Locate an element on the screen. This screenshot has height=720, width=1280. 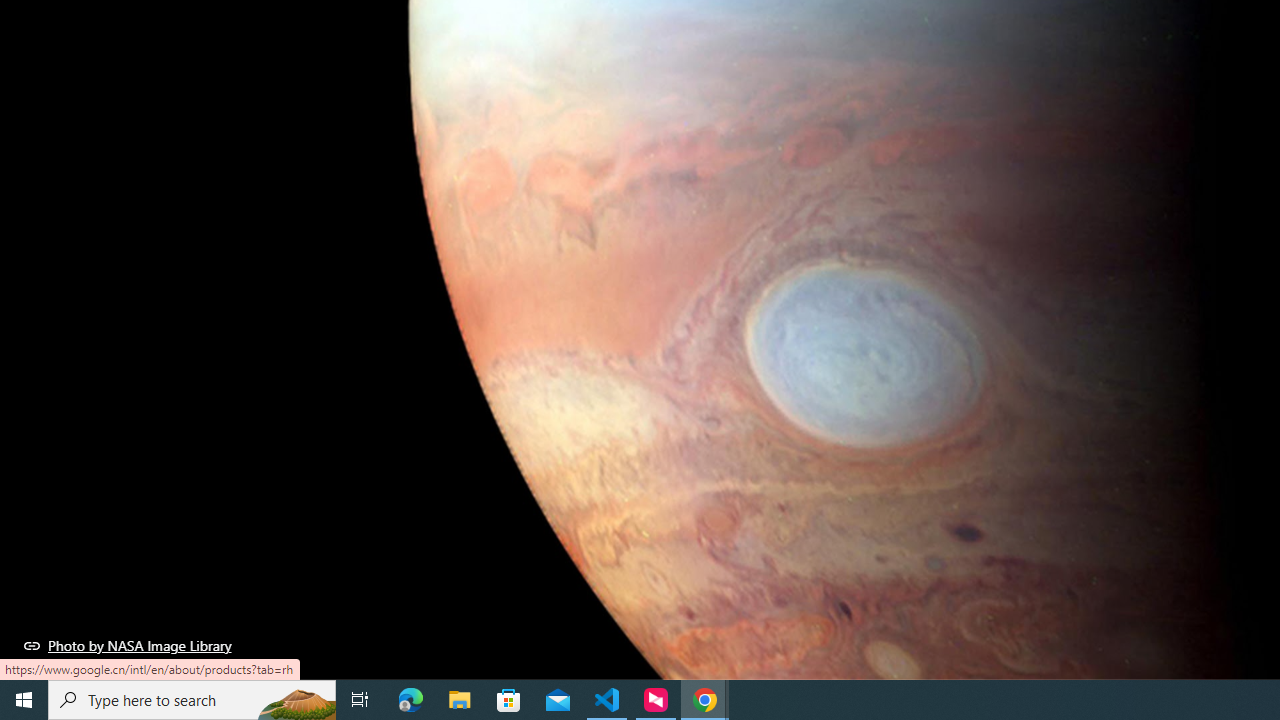
'Photo by NASA Image Library' is located at coordinates (127, 645).